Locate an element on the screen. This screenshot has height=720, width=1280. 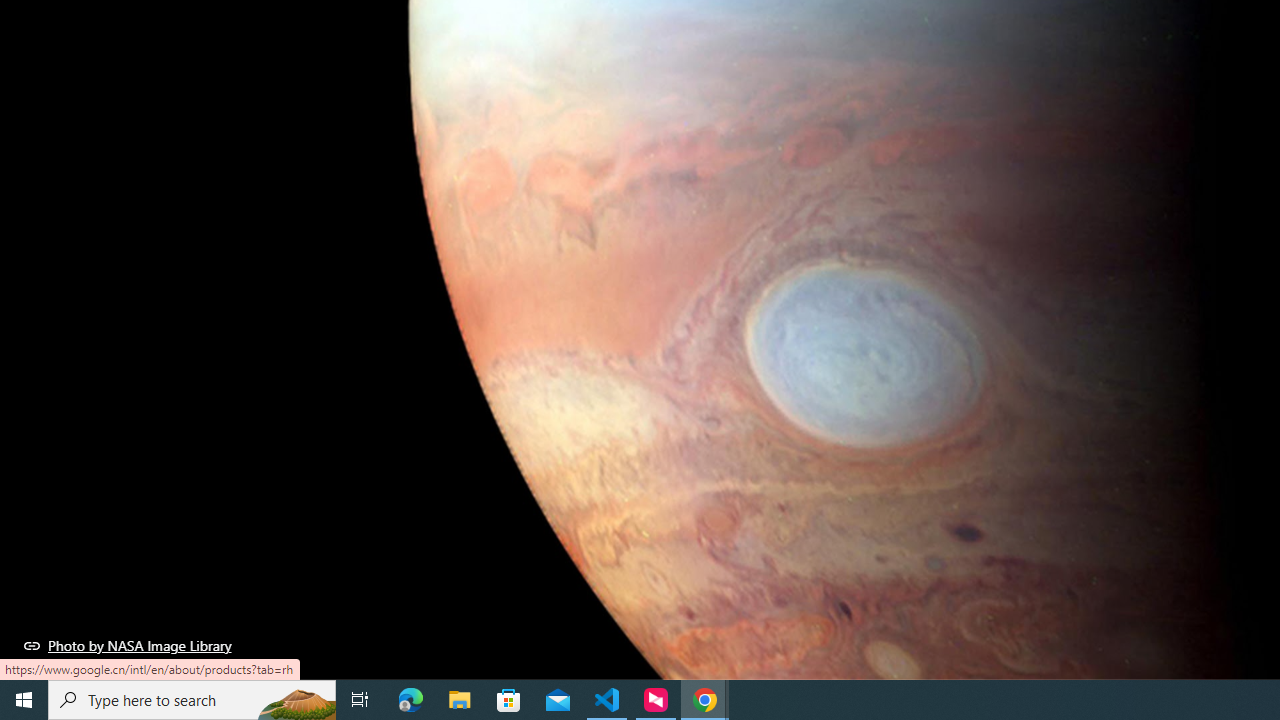
'Photo by NASA Image Library' is located at coordinates (127, 645).